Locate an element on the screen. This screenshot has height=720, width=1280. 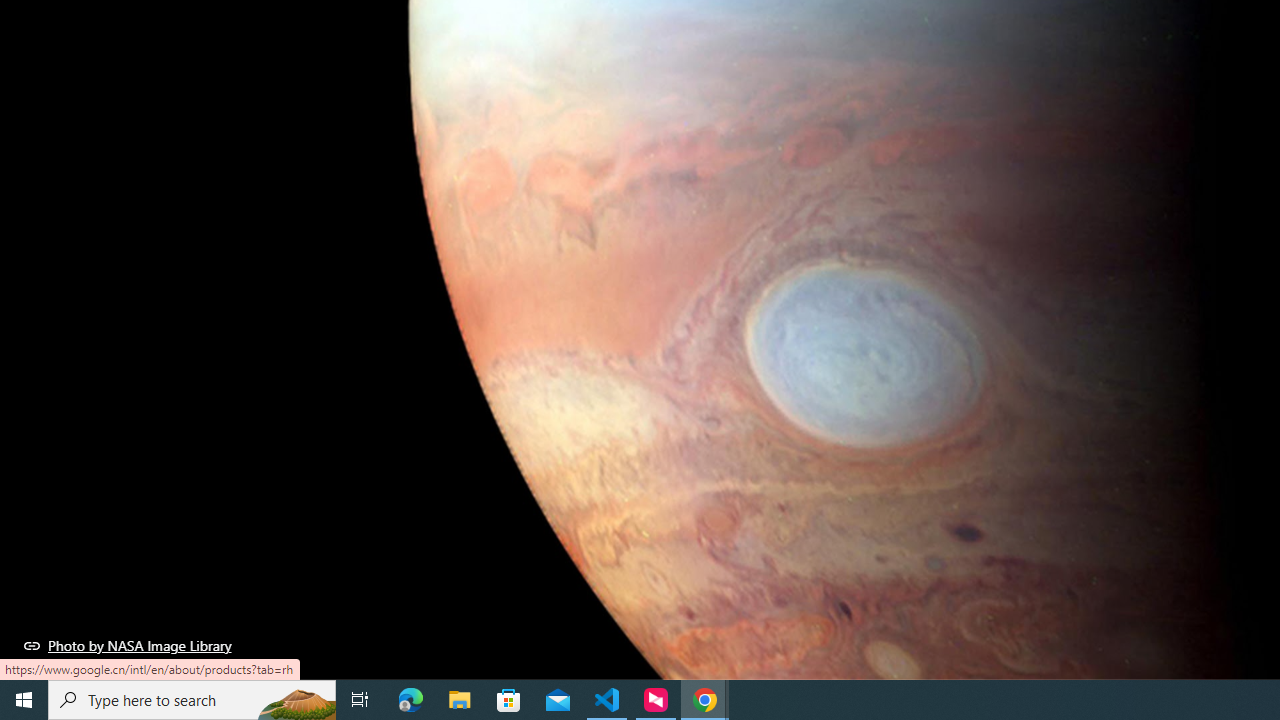
'Photo by NASA Image Library' is located at coordinates (127, 645).